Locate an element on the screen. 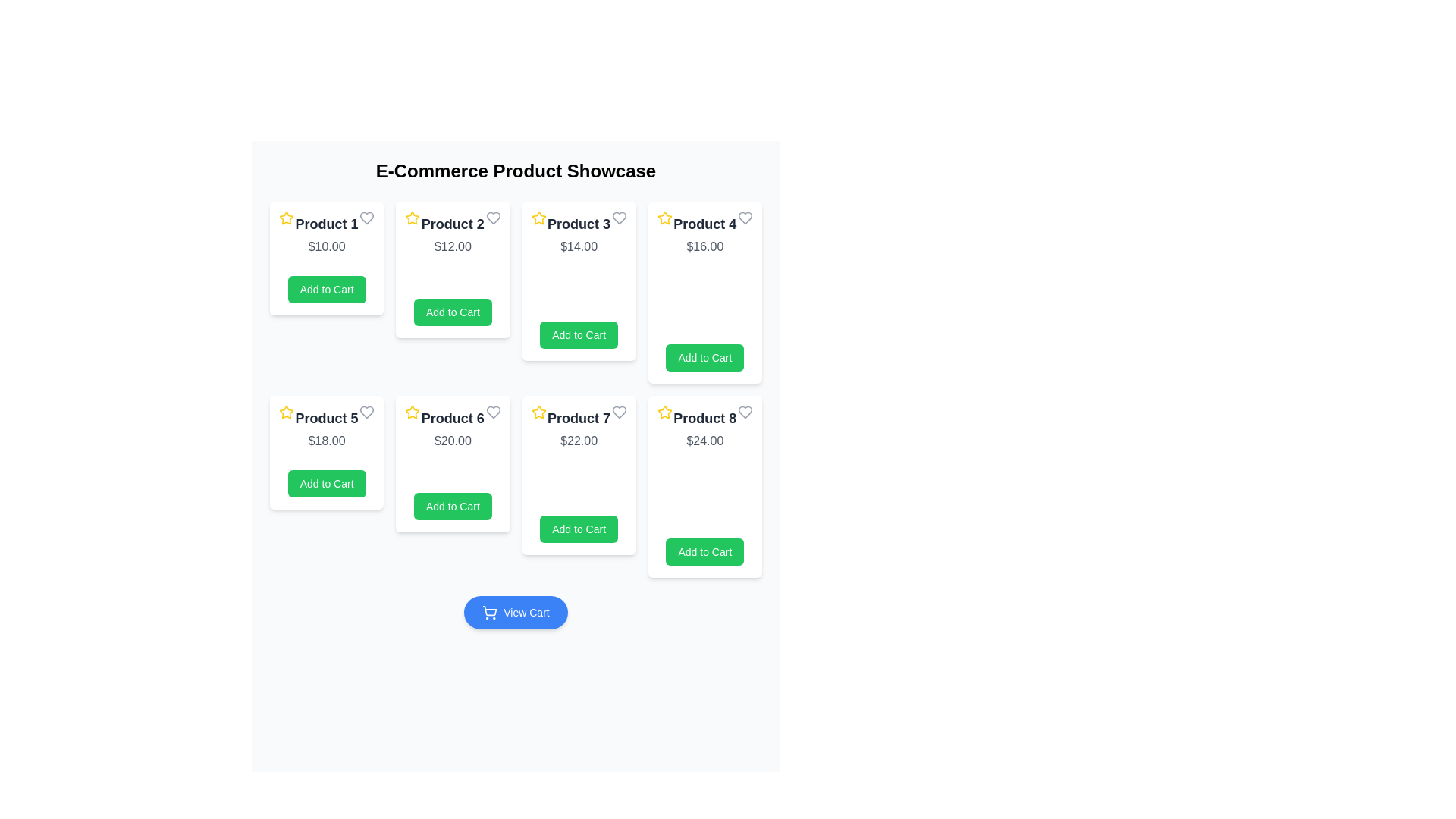 The width and height of the screenshot is (1456, 819). the Decorative star icon located in the top-left corner of the product card for 'Product 6', which represents a rating or favorite feature is located at coordinates (413, 412).